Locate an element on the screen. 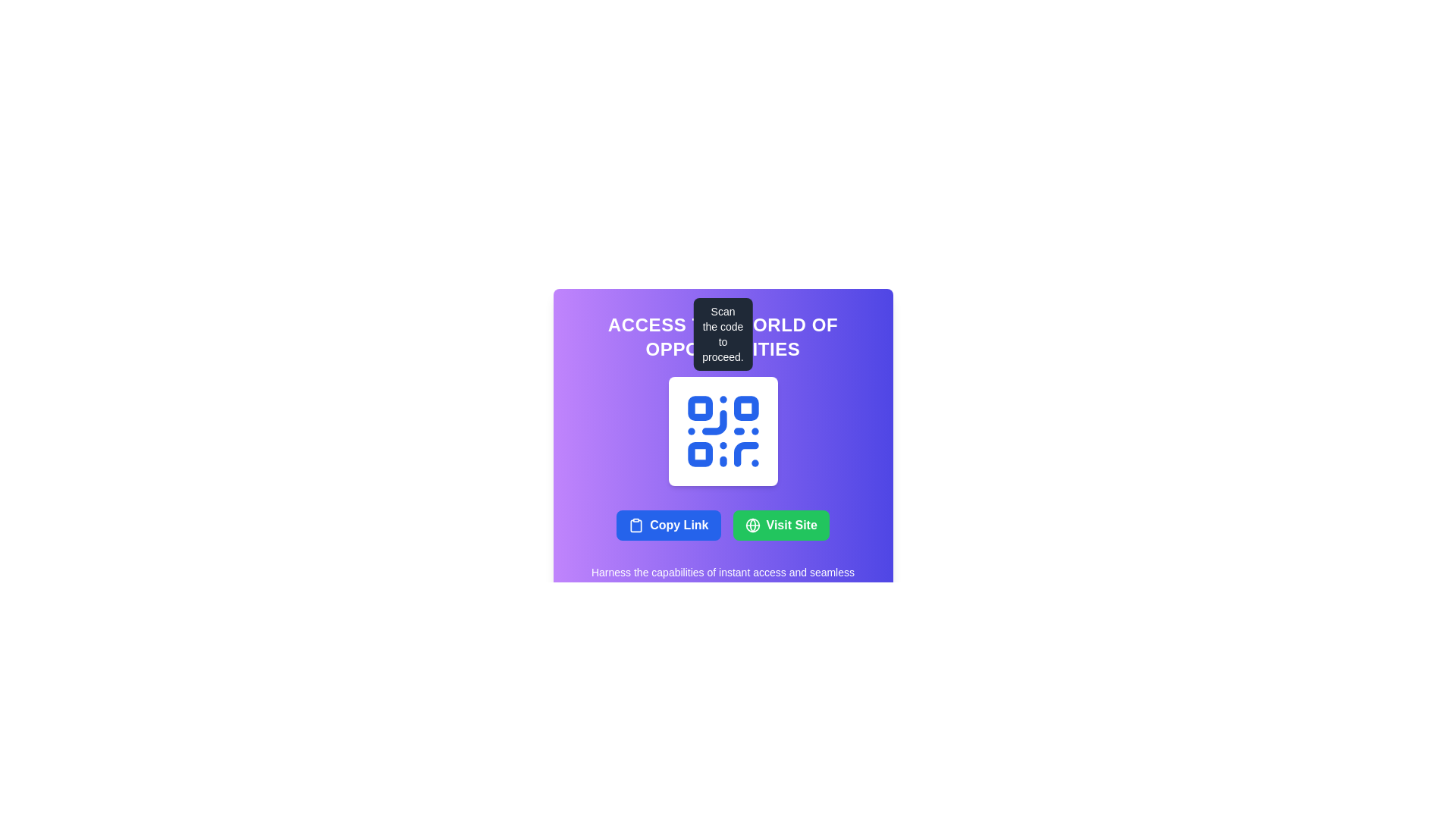 The width and height of the screenshot is (1456, 819). the globe icon's longitudinal line element, which is part of an SVG graphic representing a global theme is located at coordinates (752, 525).